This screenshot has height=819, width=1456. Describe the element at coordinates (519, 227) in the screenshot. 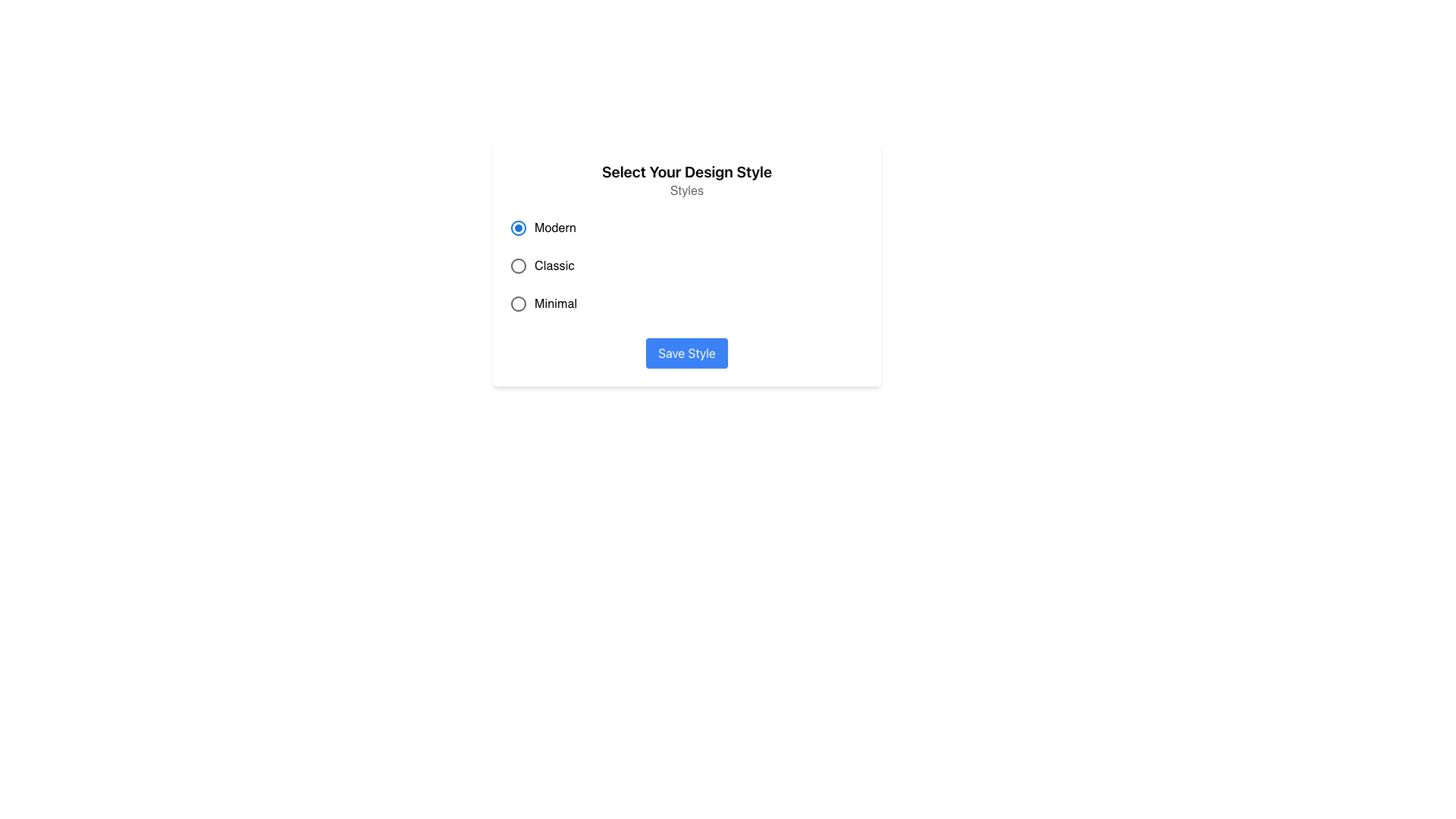

I see `the first radio button labeled 'Modern' under the heading 'Select Your Design Style'` at that location.